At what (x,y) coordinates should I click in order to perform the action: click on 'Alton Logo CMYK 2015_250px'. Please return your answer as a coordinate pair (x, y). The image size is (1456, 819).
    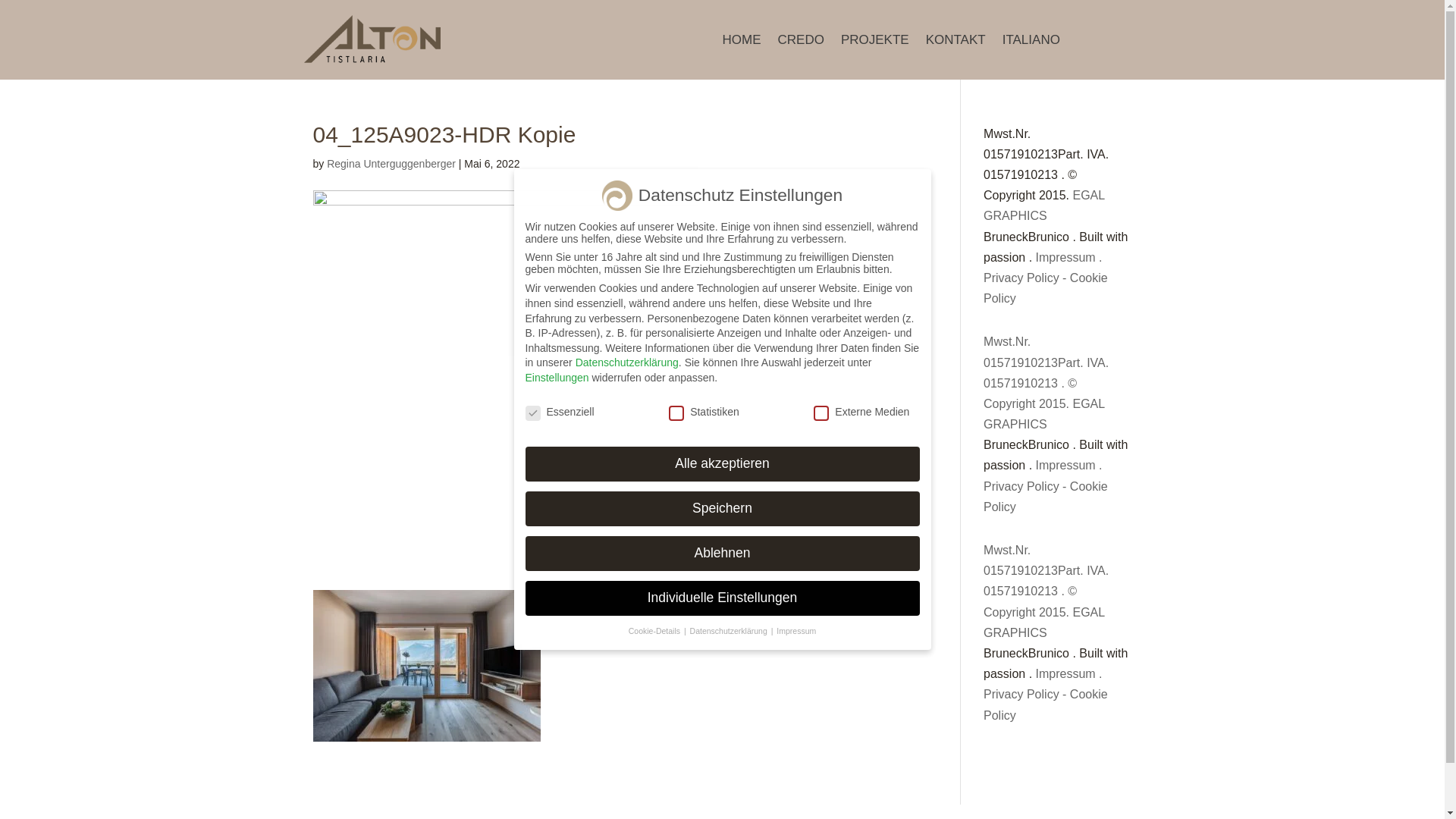
    Looking at the image, I should click on (372, 39).